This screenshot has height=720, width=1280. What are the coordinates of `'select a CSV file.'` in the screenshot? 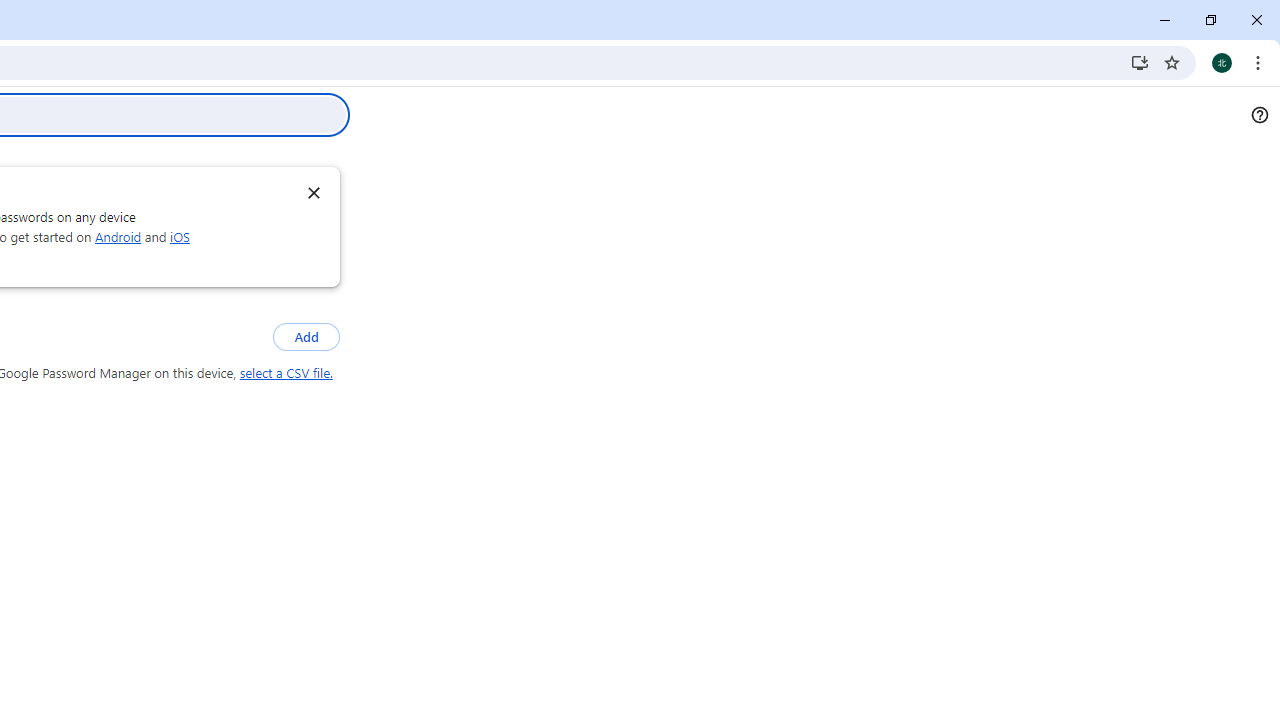 It's located at (285, 373).